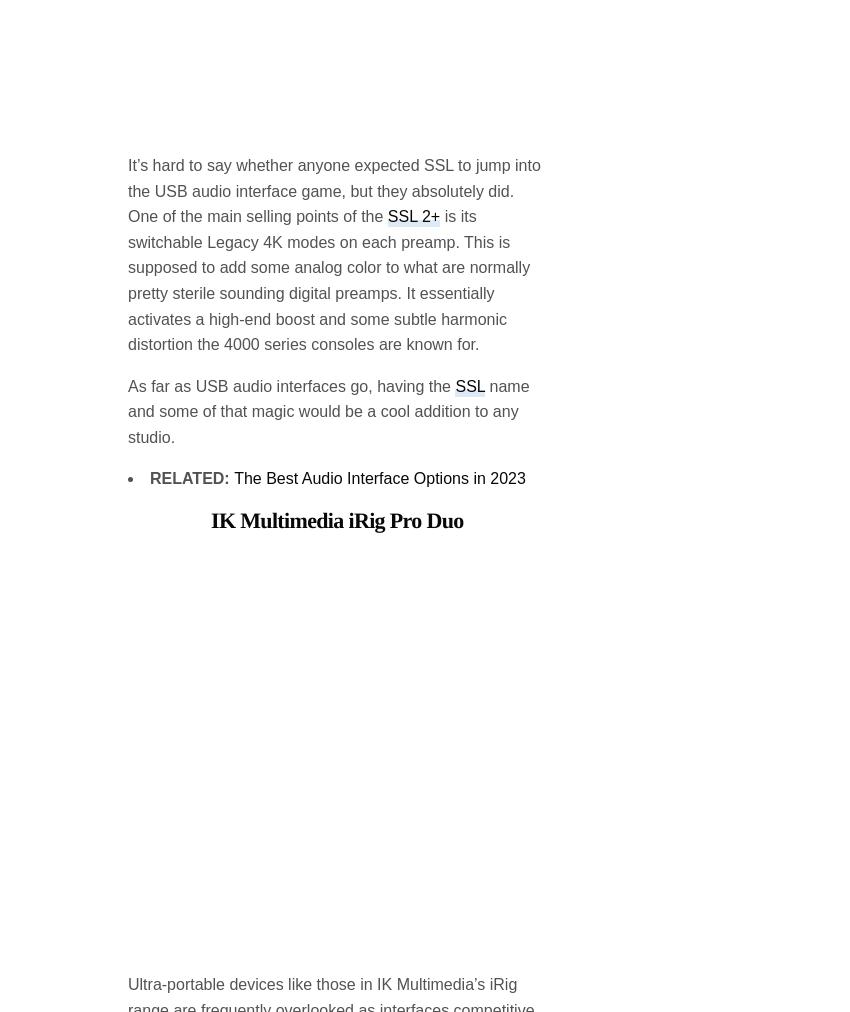 The height and width of the screenshot is (1012, 850). I want to click on 'SSL', so click(469, 224).